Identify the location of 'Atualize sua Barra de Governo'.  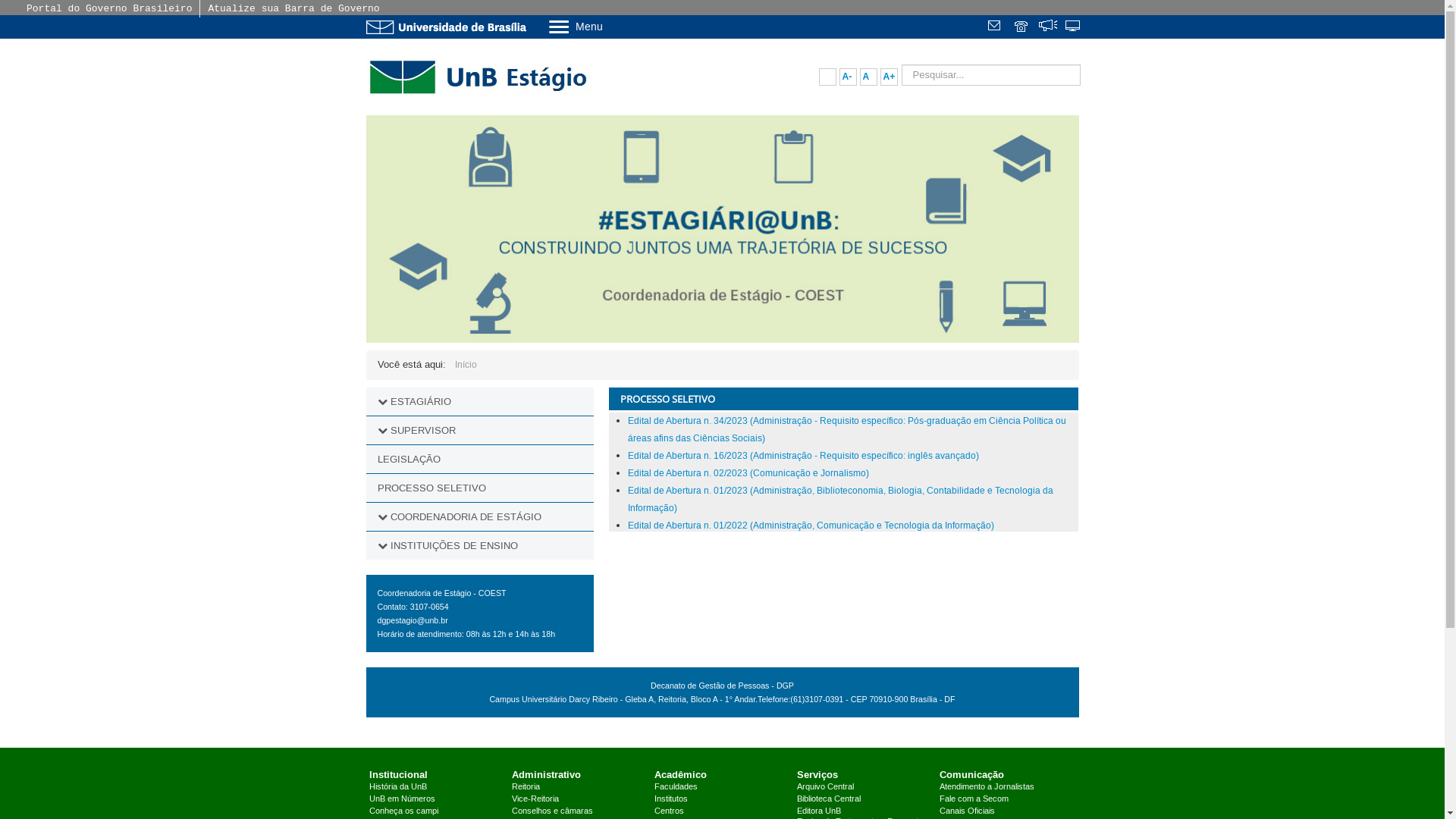
(293, 8).